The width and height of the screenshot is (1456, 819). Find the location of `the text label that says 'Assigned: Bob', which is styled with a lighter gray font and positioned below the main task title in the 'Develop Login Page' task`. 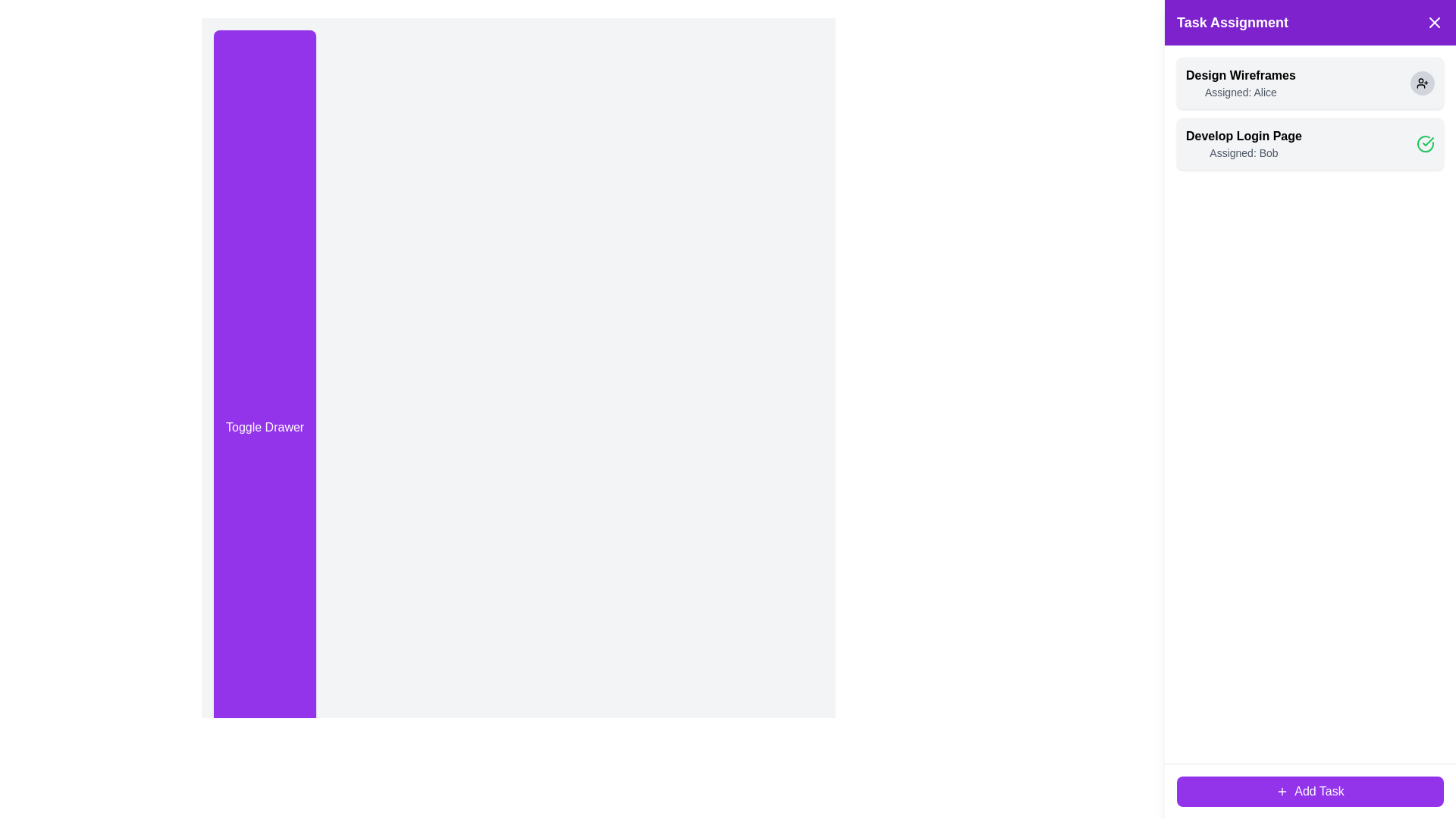

the text label that says 'Assigned: Bob', which is styled with a lighter gray font and positioned below the main task title in the 'Develop Login Page' task is located at coordinates (1244, 152).